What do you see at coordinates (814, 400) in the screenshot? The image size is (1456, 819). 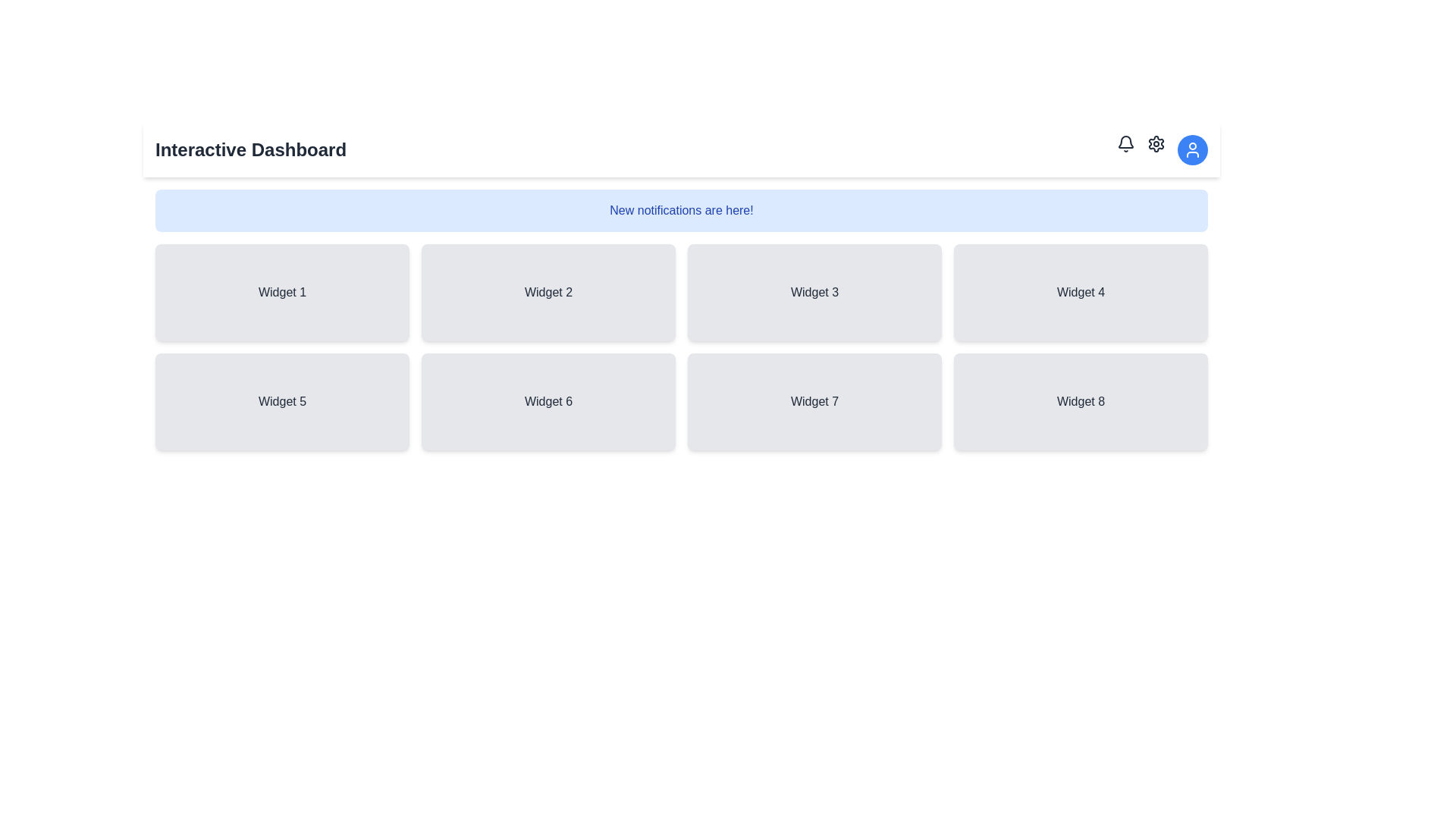 I see `the text label reading 'Widget 7', which is centrally positioned within a gray card in the second row, third column of a grid of widgets` at bounding box center [814, 400].